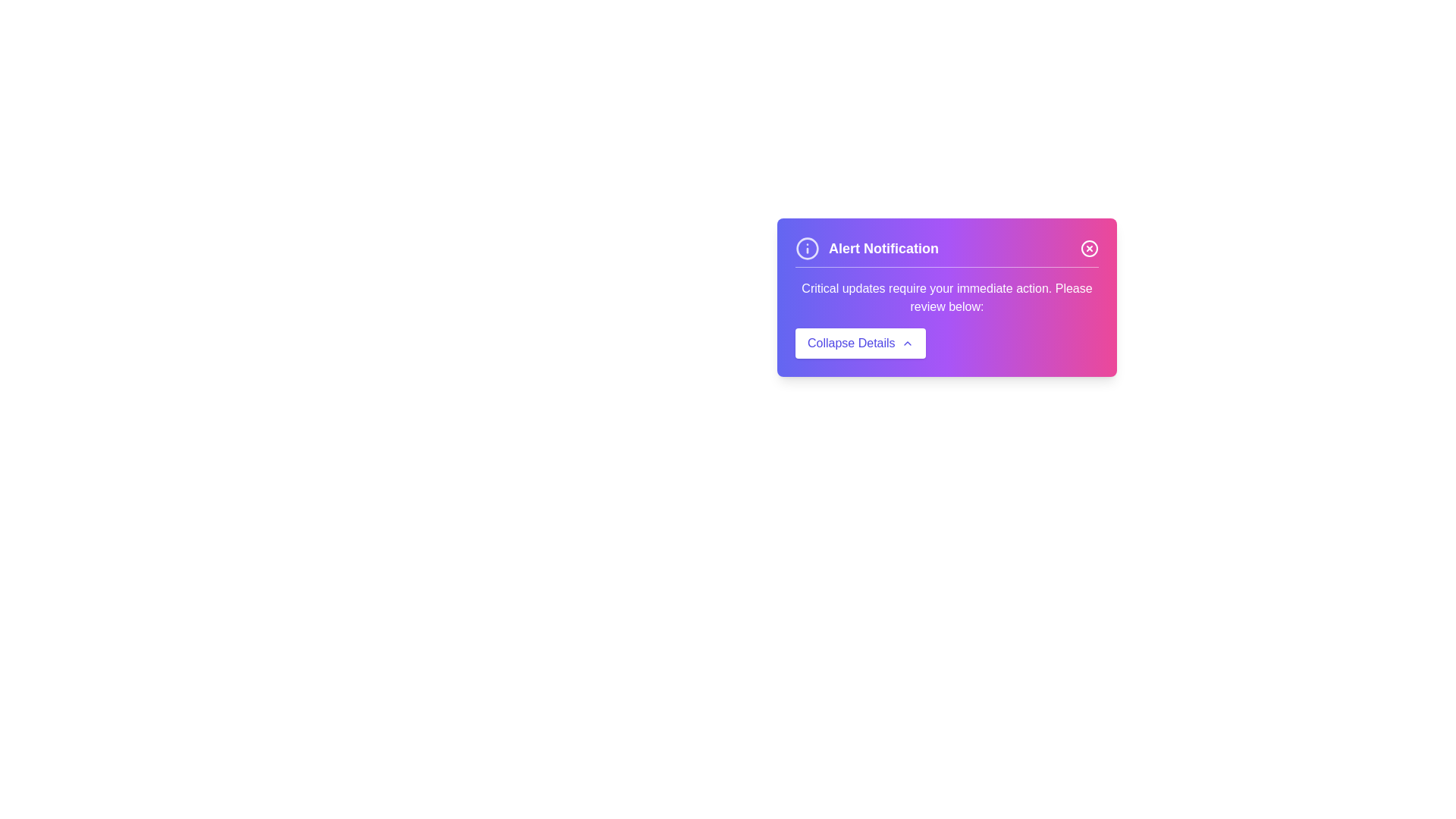  Describe the element at coordinates (795, 281) in the screenshot. I see `the text 'Critical updates require your immediate action.' by dragging the mouse cursor over it` at that location.